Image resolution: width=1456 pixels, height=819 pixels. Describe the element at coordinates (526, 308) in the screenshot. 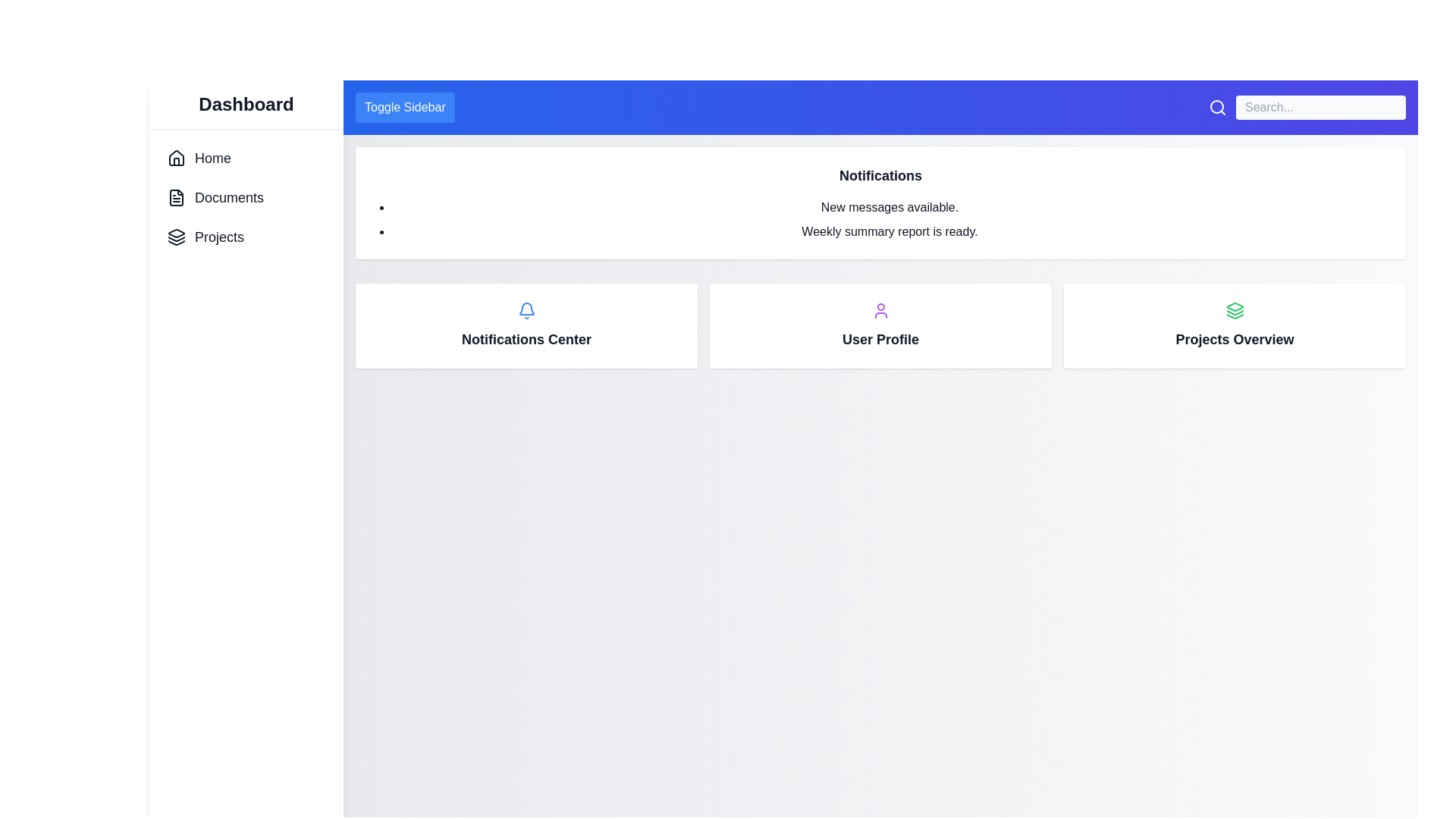

I see `the notification bell icon located at the top center of the interface, which is styled with a blue tint and represents notifications` at that location.